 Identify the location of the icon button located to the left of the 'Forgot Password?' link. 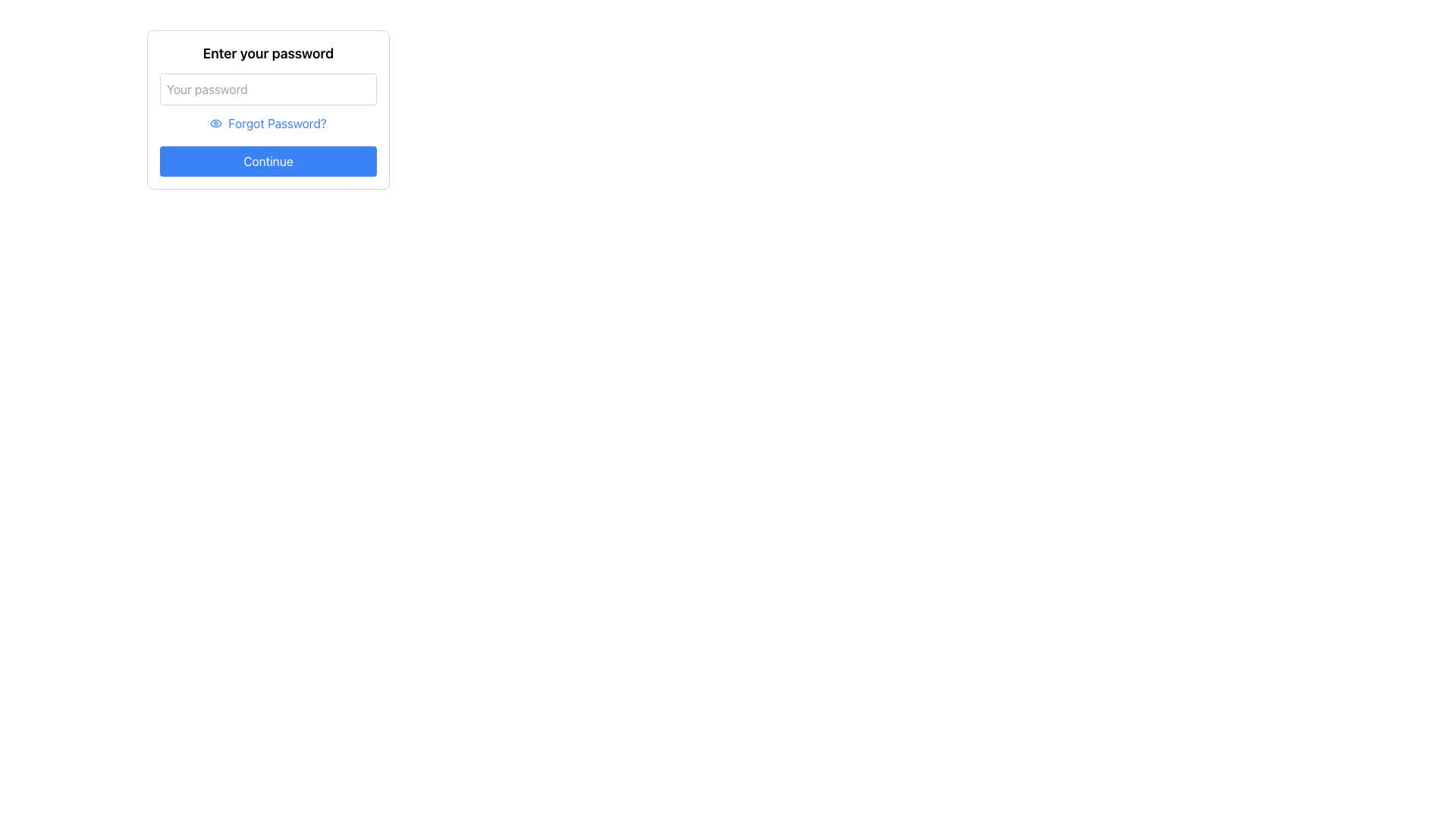
(215, 122).